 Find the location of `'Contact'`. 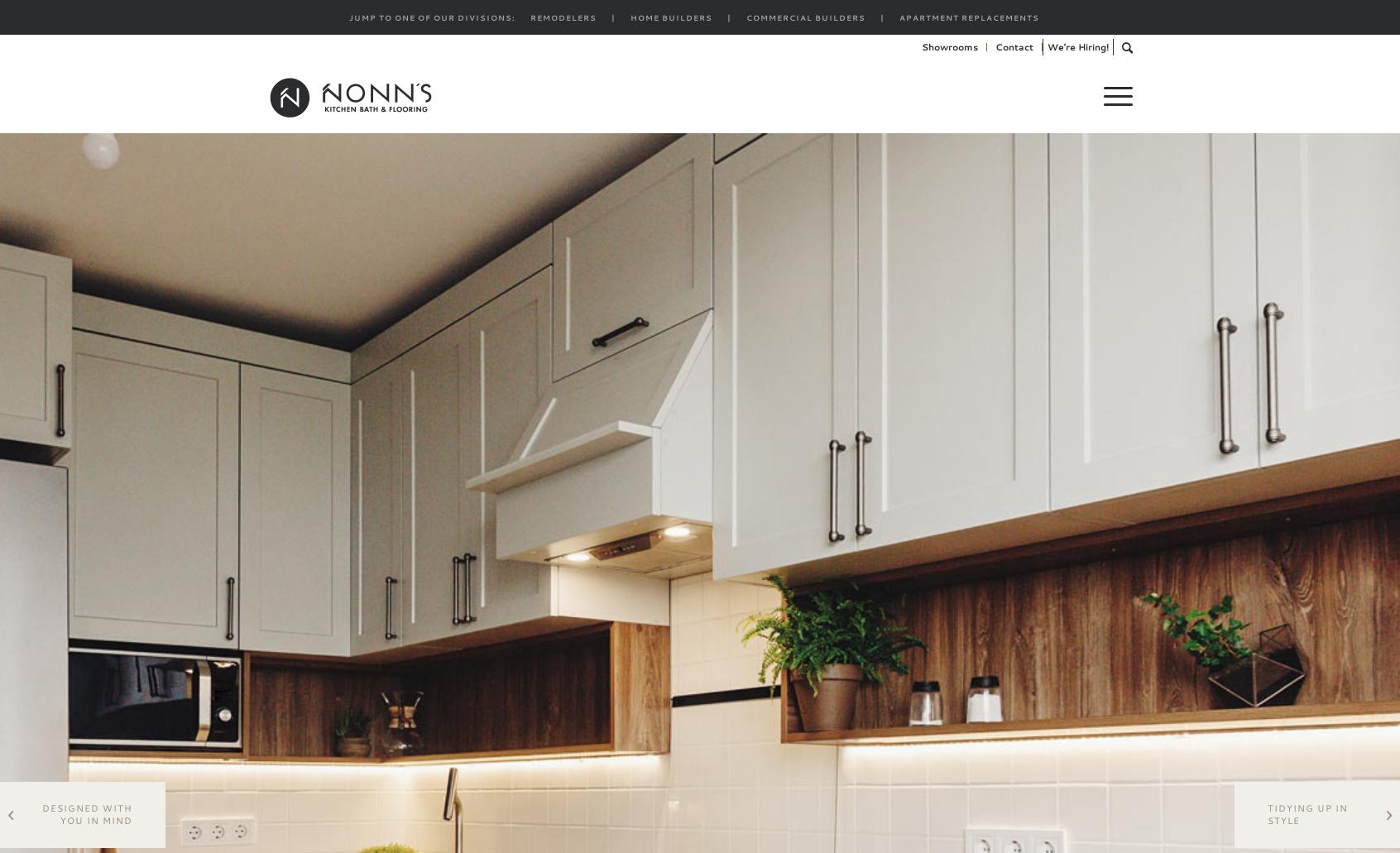

'Contact' is located at coordinates (1014, 47).